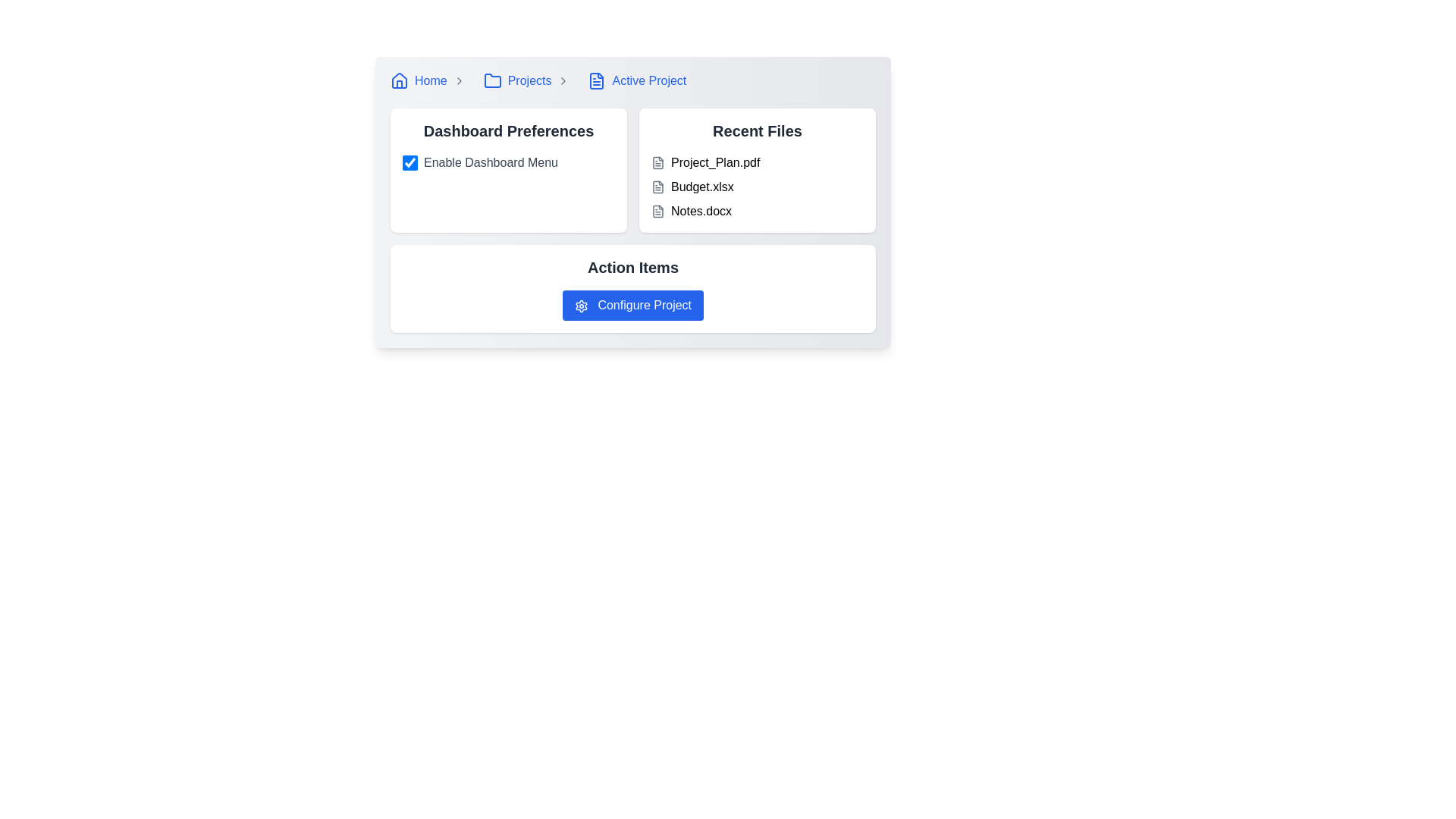 This screenshot has height=819, width=1456. Describe the element at coordinates (596, 81) in the screenshot. I see `the icon representing the current active project, which is located to the left of the 'Active Project' text in the breadcrumb navigation bar` at that location.